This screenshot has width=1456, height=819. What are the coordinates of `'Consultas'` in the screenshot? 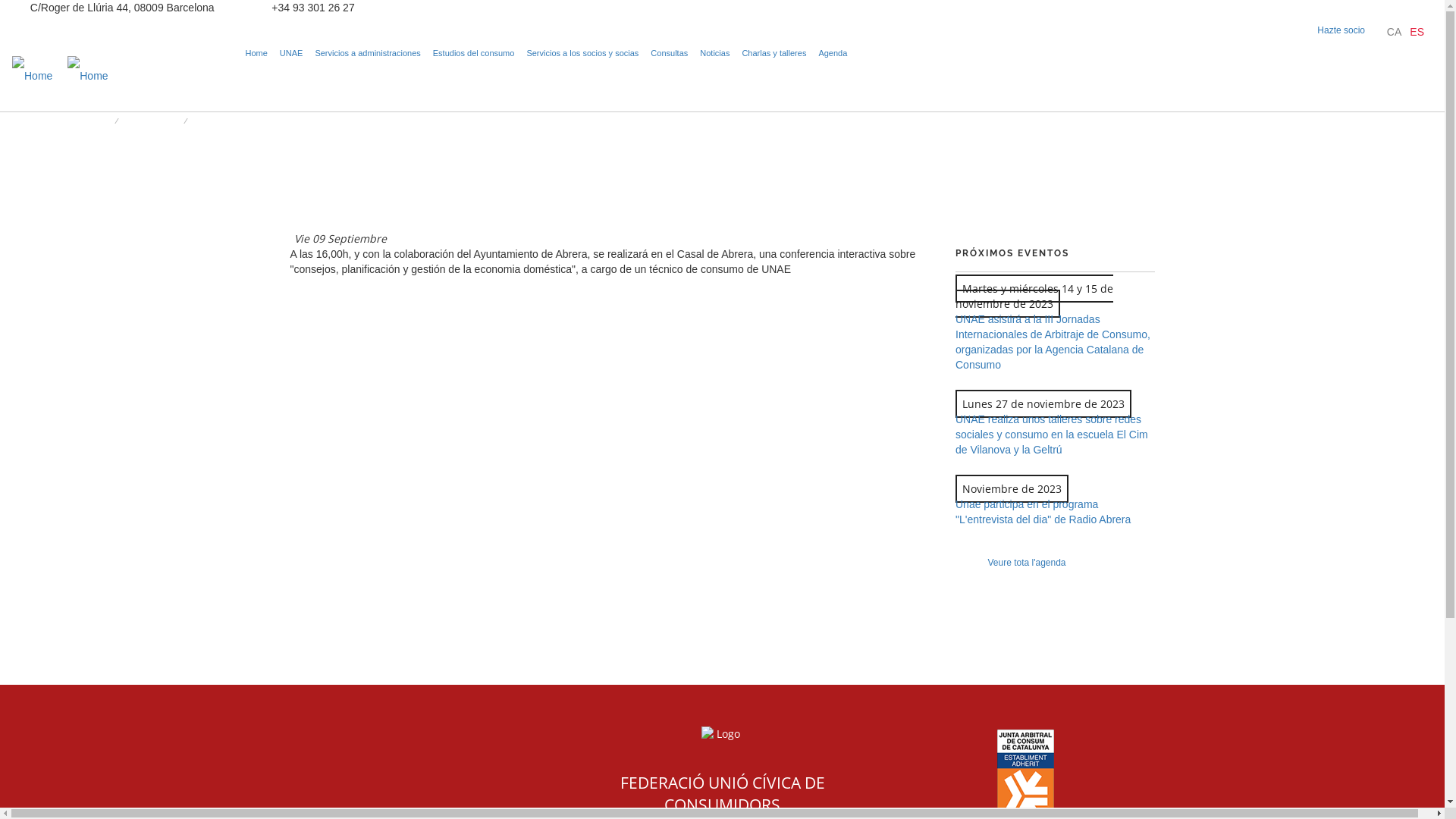 It's located at (668, 52).